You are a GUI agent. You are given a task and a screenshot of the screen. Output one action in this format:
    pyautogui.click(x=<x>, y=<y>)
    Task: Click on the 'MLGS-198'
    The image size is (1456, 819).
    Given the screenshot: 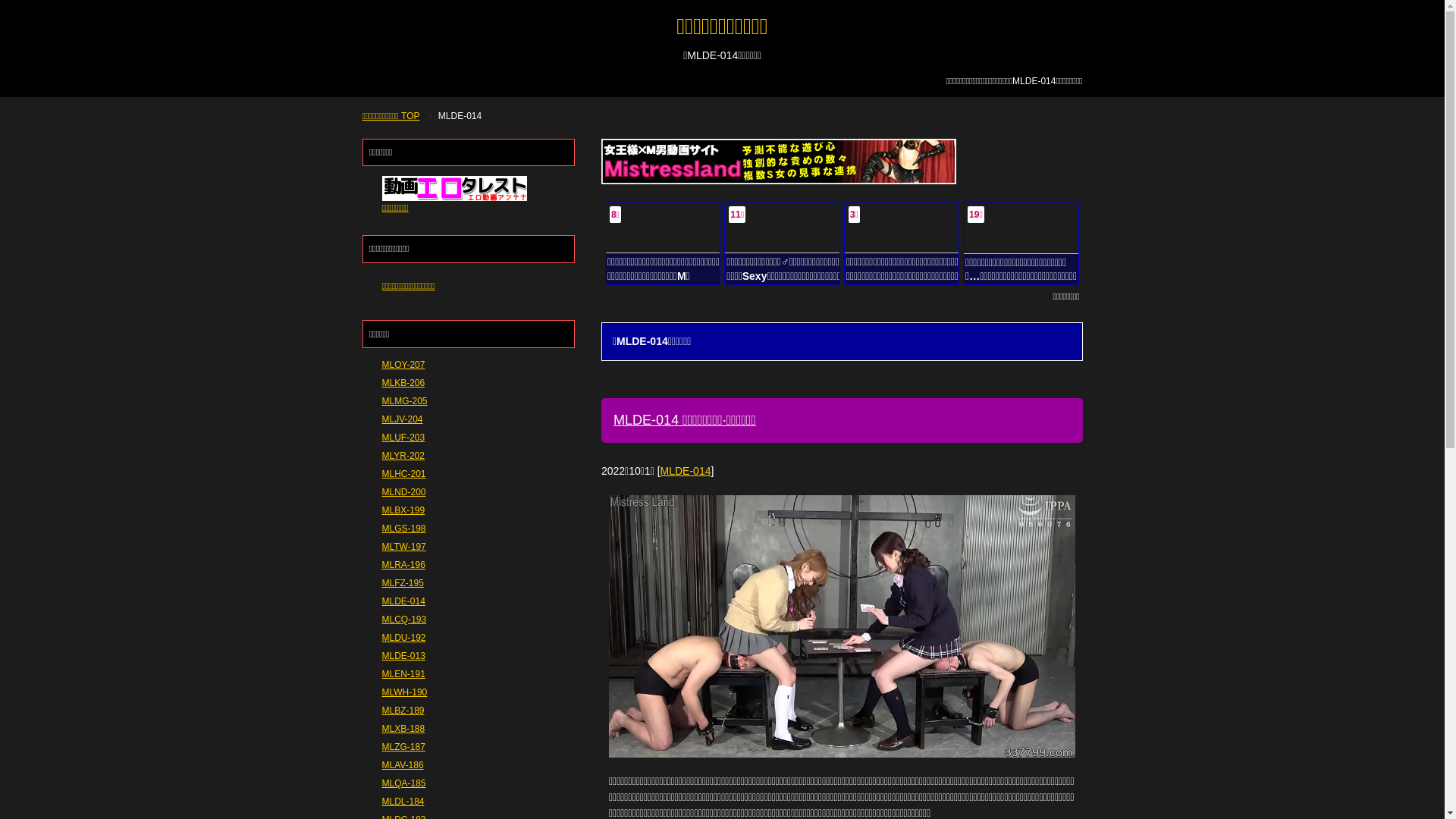 What is the action you would take?
    pyautogui.click(x=403, y=528)
    